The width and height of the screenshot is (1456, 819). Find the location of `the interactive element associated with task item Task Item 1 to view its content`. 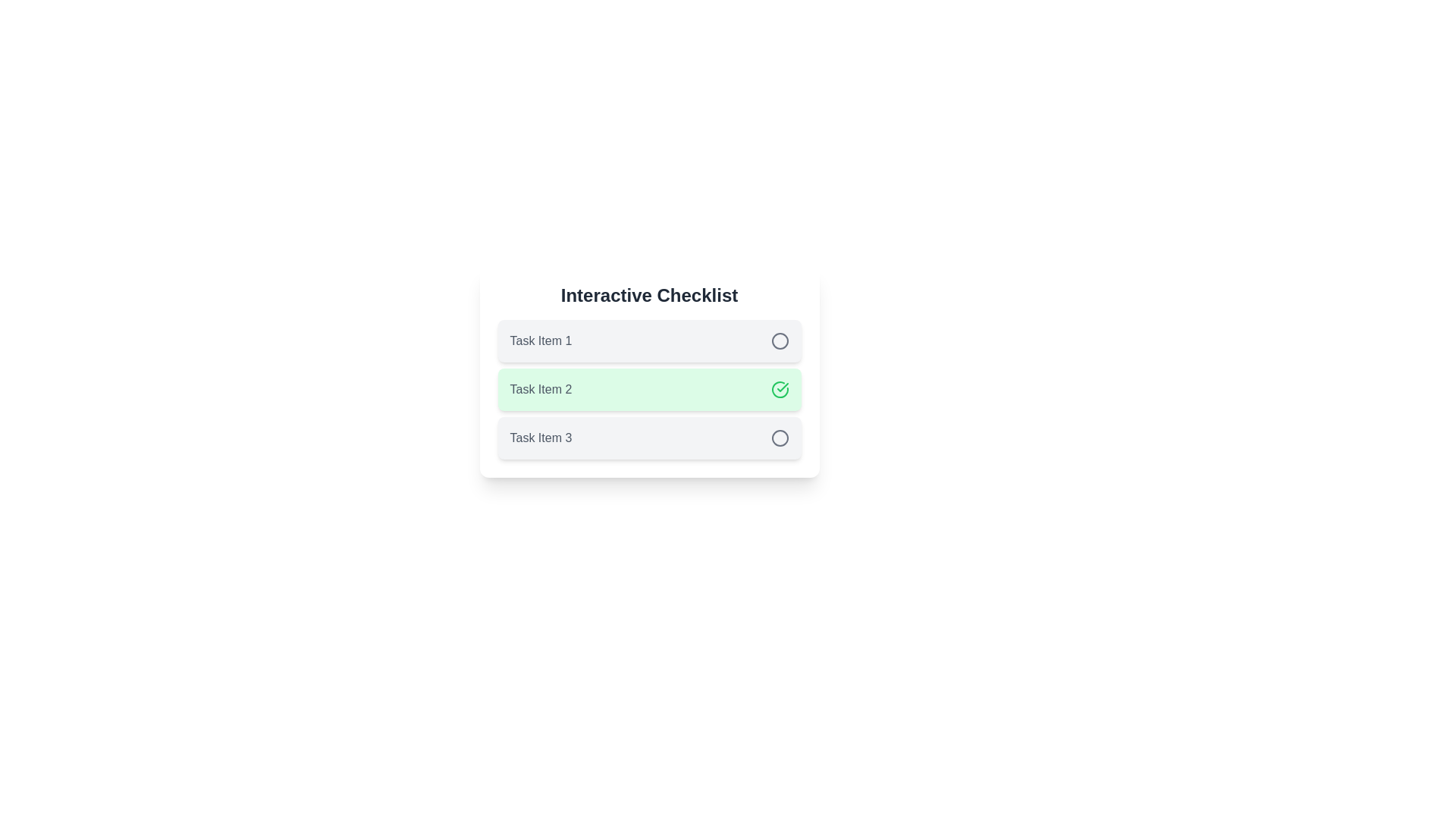

the interactive element associated with task item Task Item 1 to view its content is located at coordinates (780, 341).